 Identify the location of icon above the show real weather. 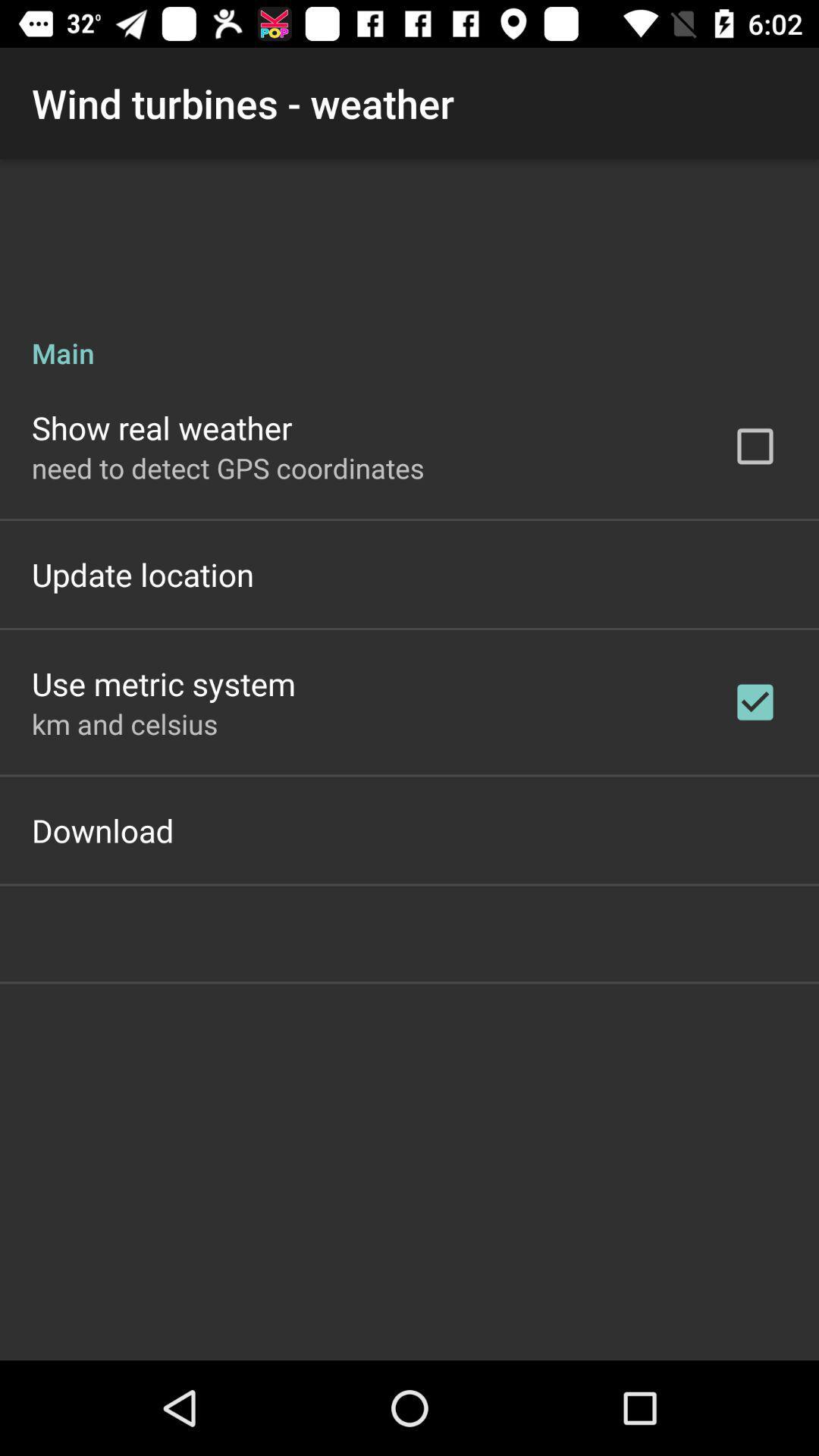
(409, 336).